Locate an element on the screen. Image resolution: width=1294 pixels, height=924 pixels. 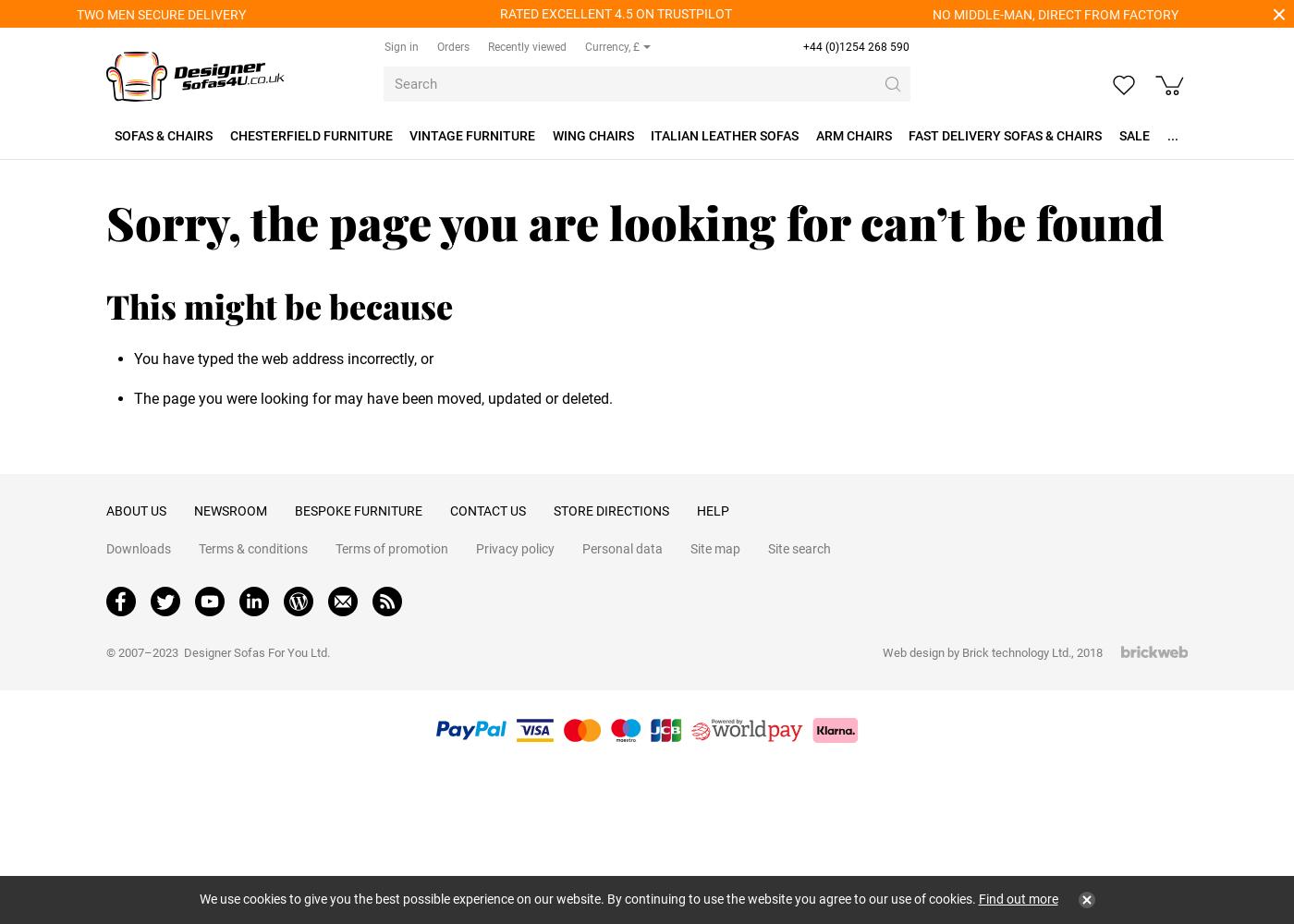
'Store Directions' is located at coordinates (611, 511).